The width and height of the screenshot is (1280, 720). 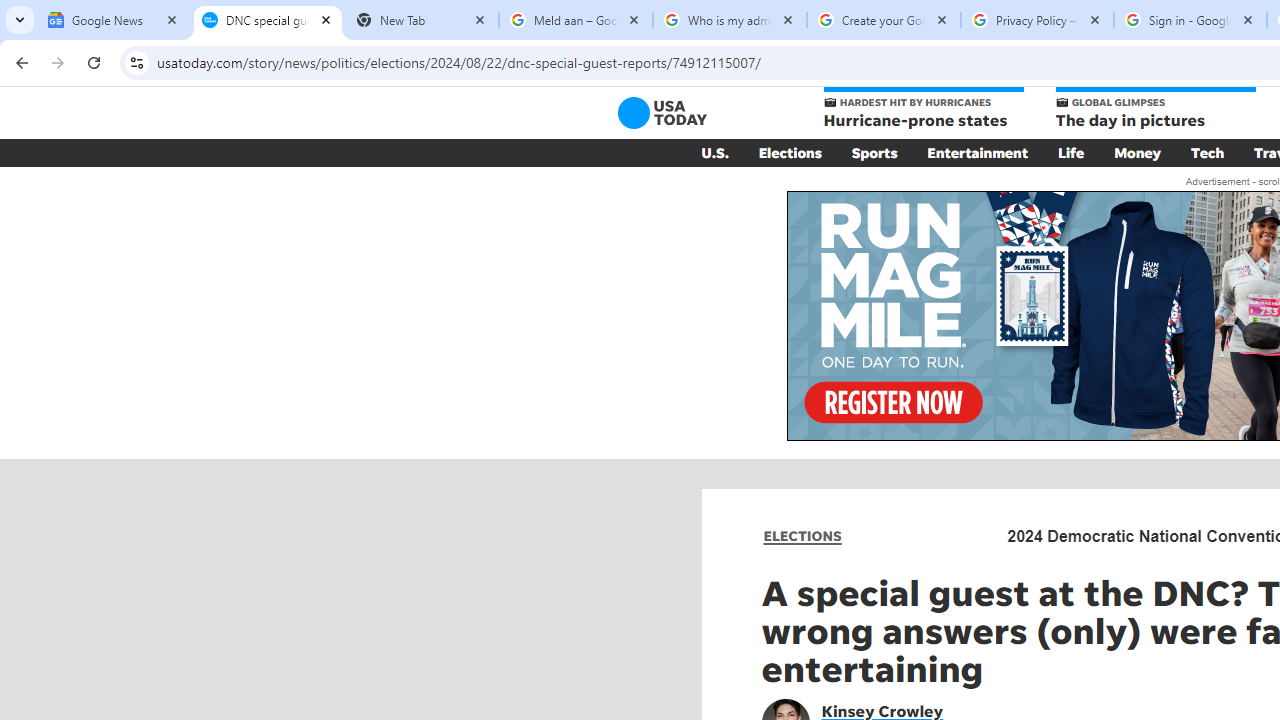 What do you see at coordinates (714, 152) in the screenshot?
I see `'U.S.'` at bounding box center [714, 152].